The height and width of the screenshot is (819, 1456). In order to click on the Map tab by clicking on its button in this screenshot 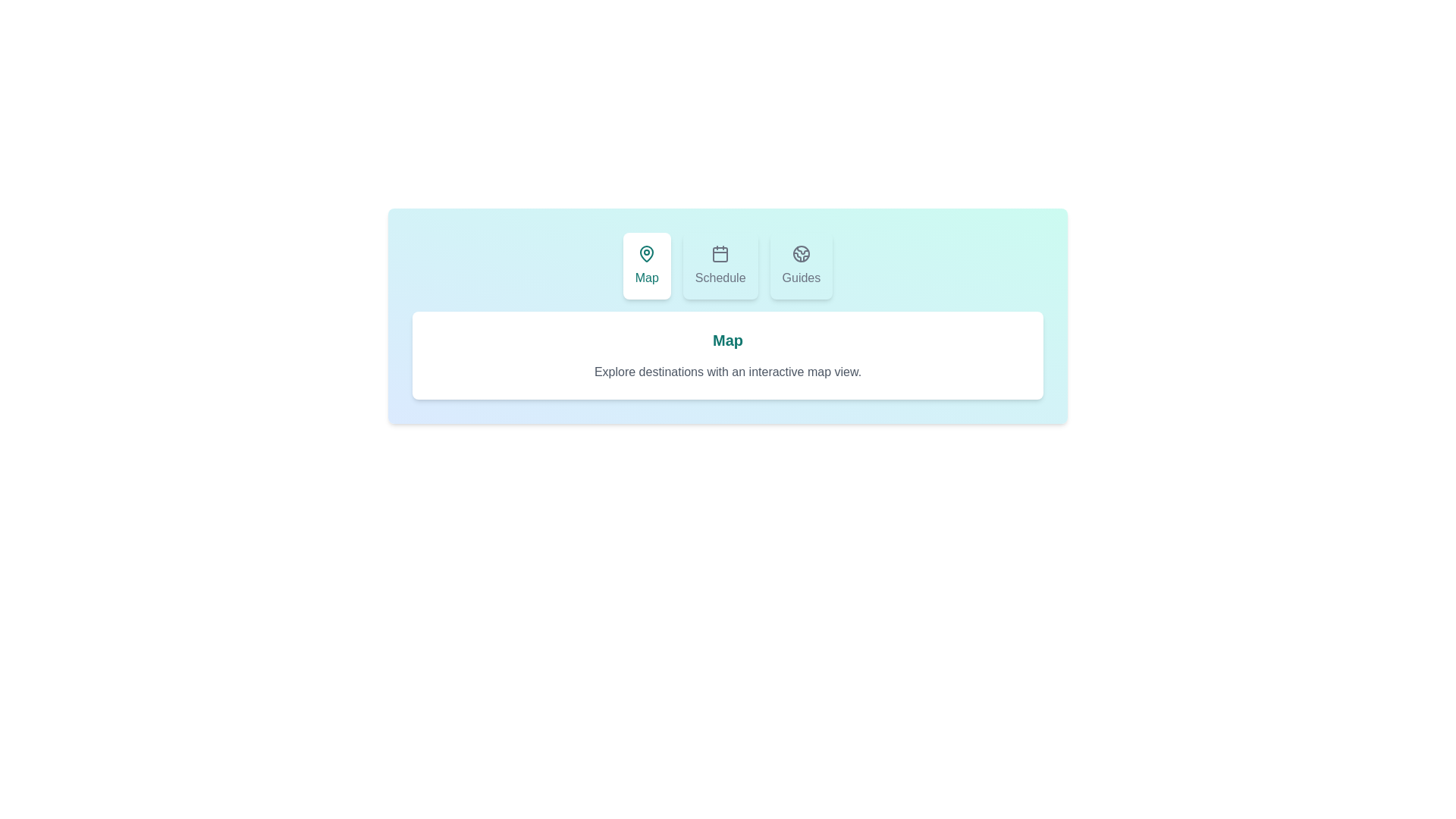, I will do `click(647, 265)`.